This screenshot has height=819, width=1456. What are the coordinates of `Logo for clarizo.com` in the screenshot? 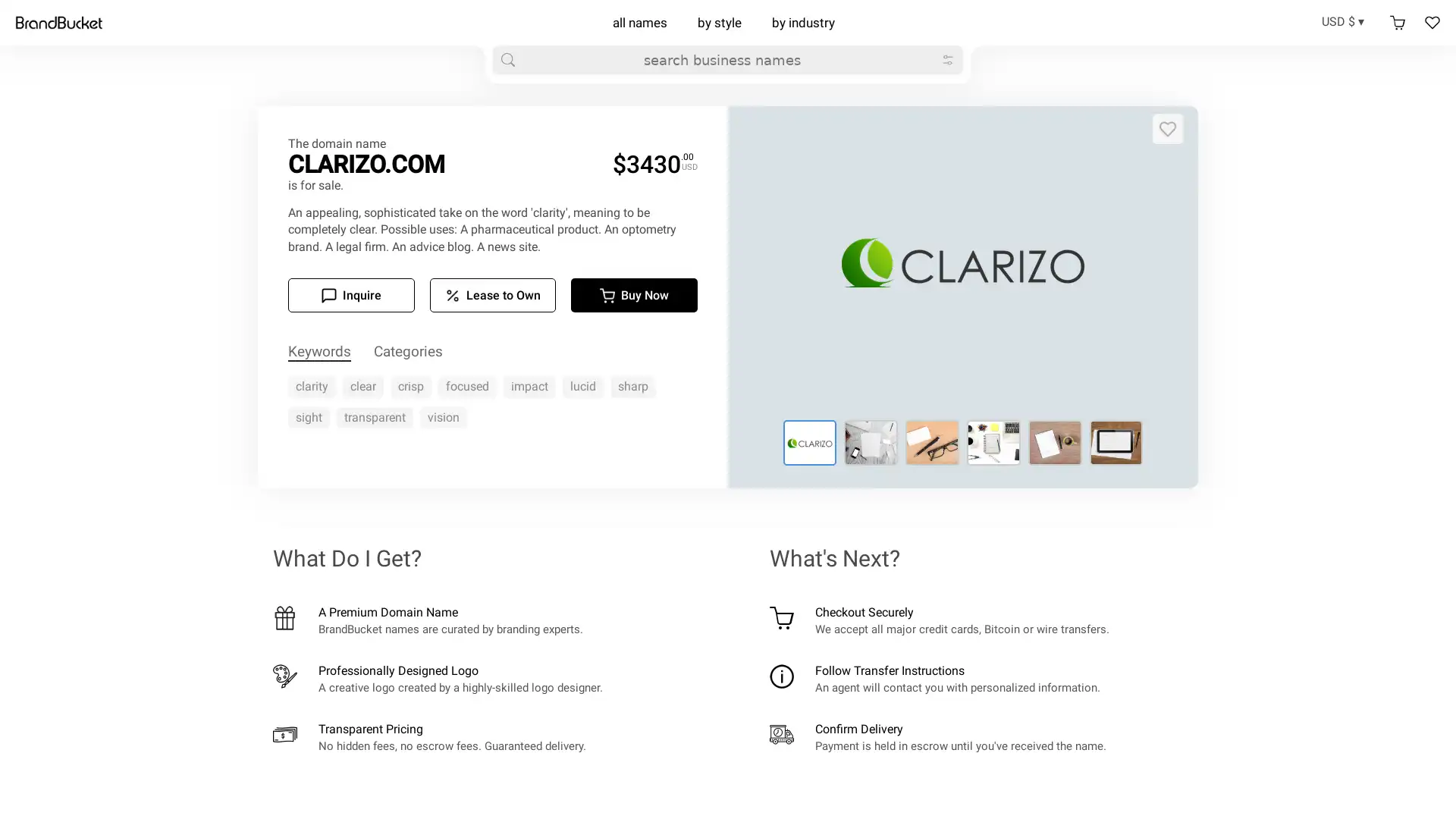 It's located at (871, 442).